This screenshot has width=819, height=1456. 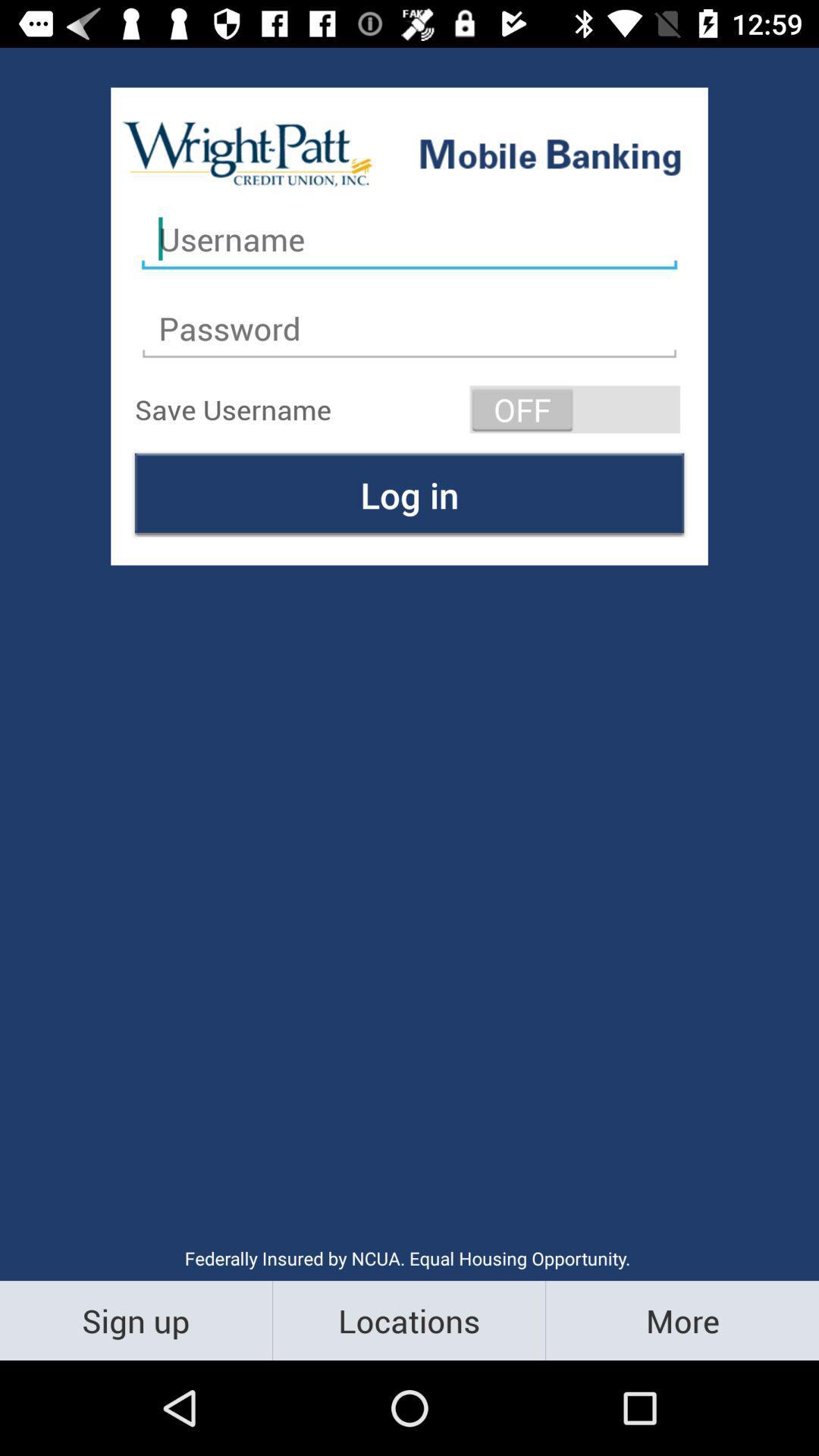 I want to click on the icon above federally insured by icon, so click(x=409, y=494).